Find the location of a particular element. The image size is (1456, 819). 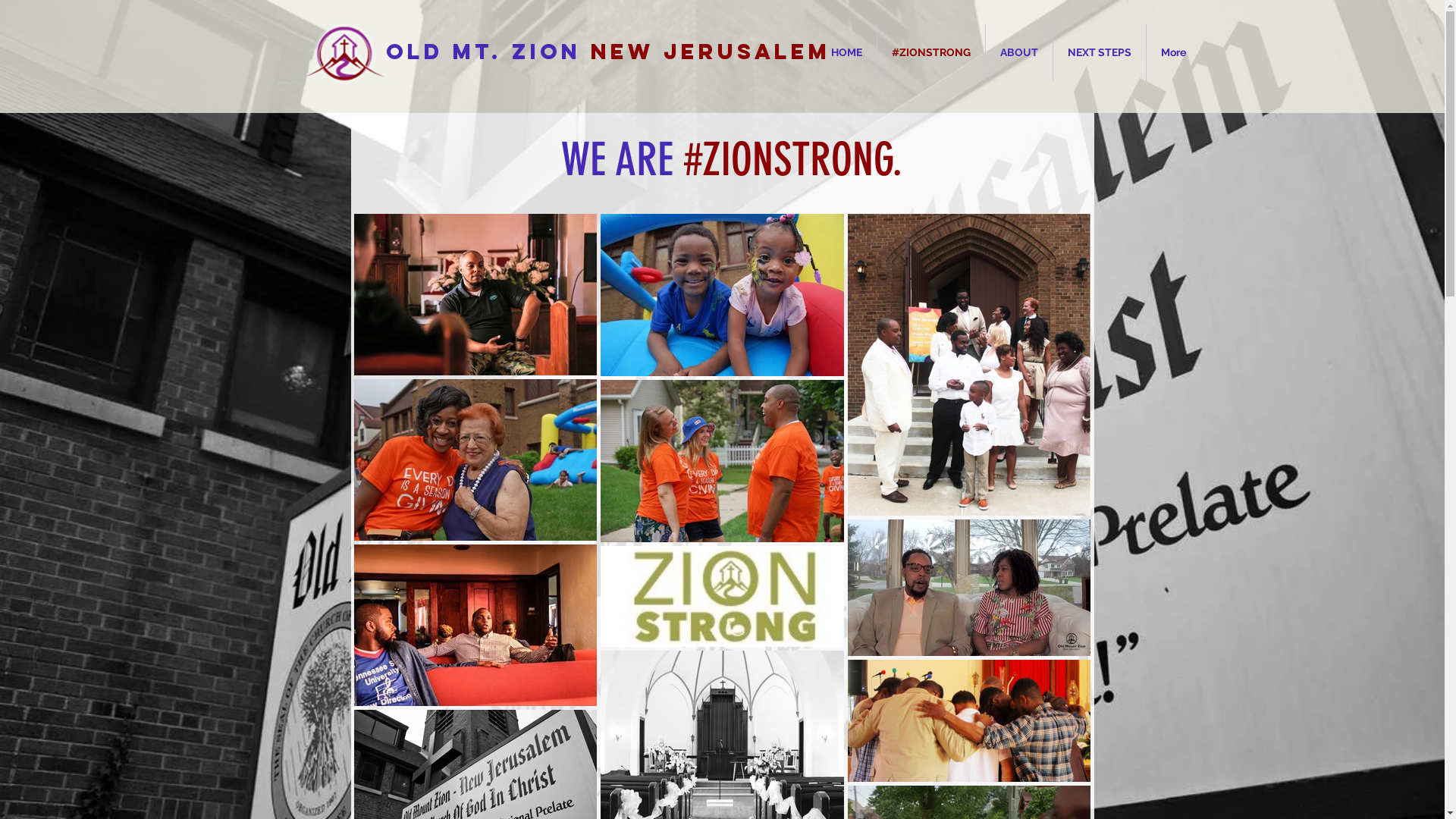

'HOME' is located at coordinates (845, 52).